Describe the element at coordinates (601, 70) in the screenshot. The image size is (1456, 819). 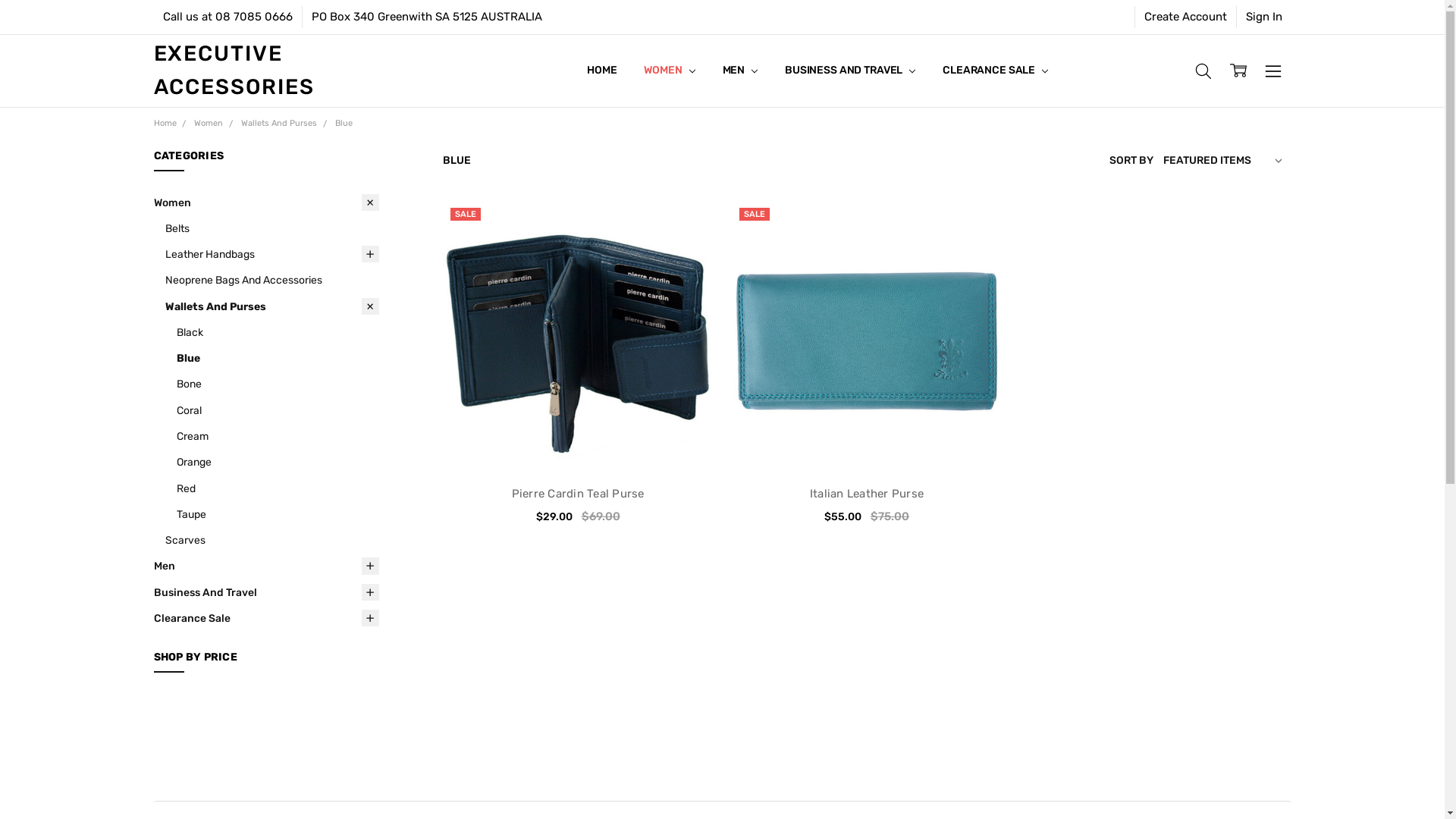
I see `'HOME'` at that location.